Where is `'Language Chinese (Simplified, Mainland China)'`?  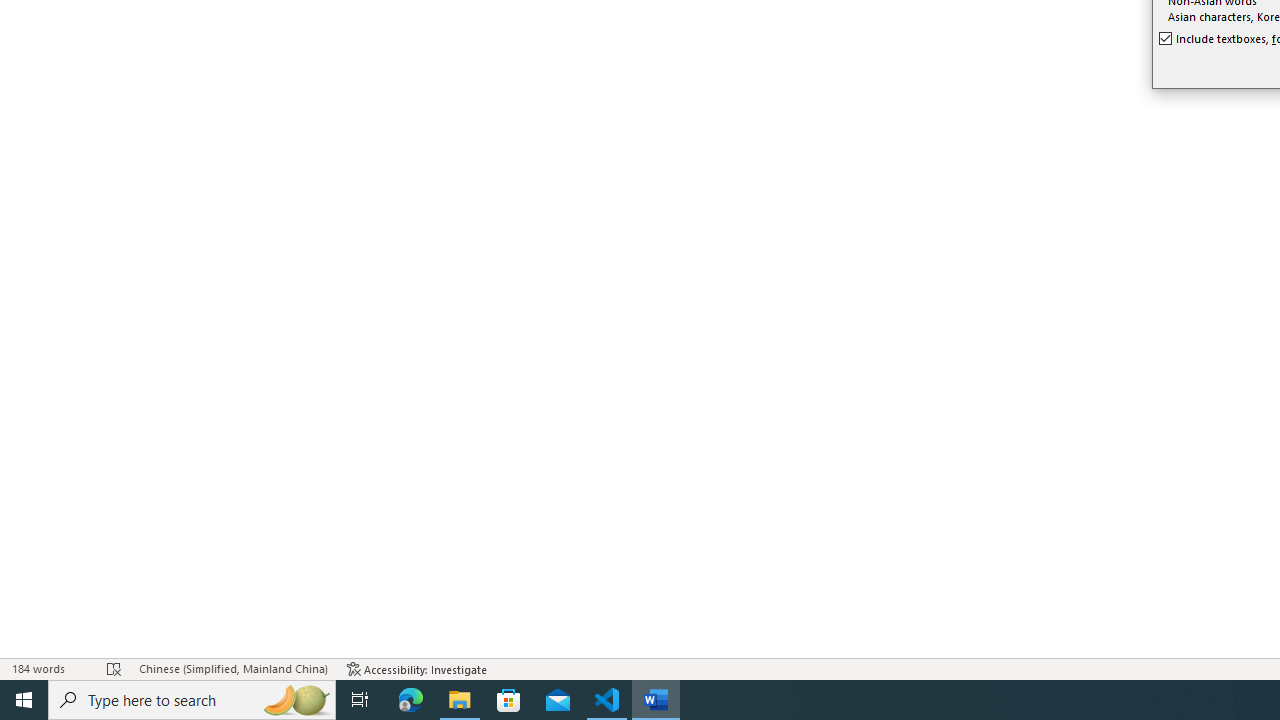
'Language Chinese (Simplified, Mainland China)' is located at coordinates (232, 669).